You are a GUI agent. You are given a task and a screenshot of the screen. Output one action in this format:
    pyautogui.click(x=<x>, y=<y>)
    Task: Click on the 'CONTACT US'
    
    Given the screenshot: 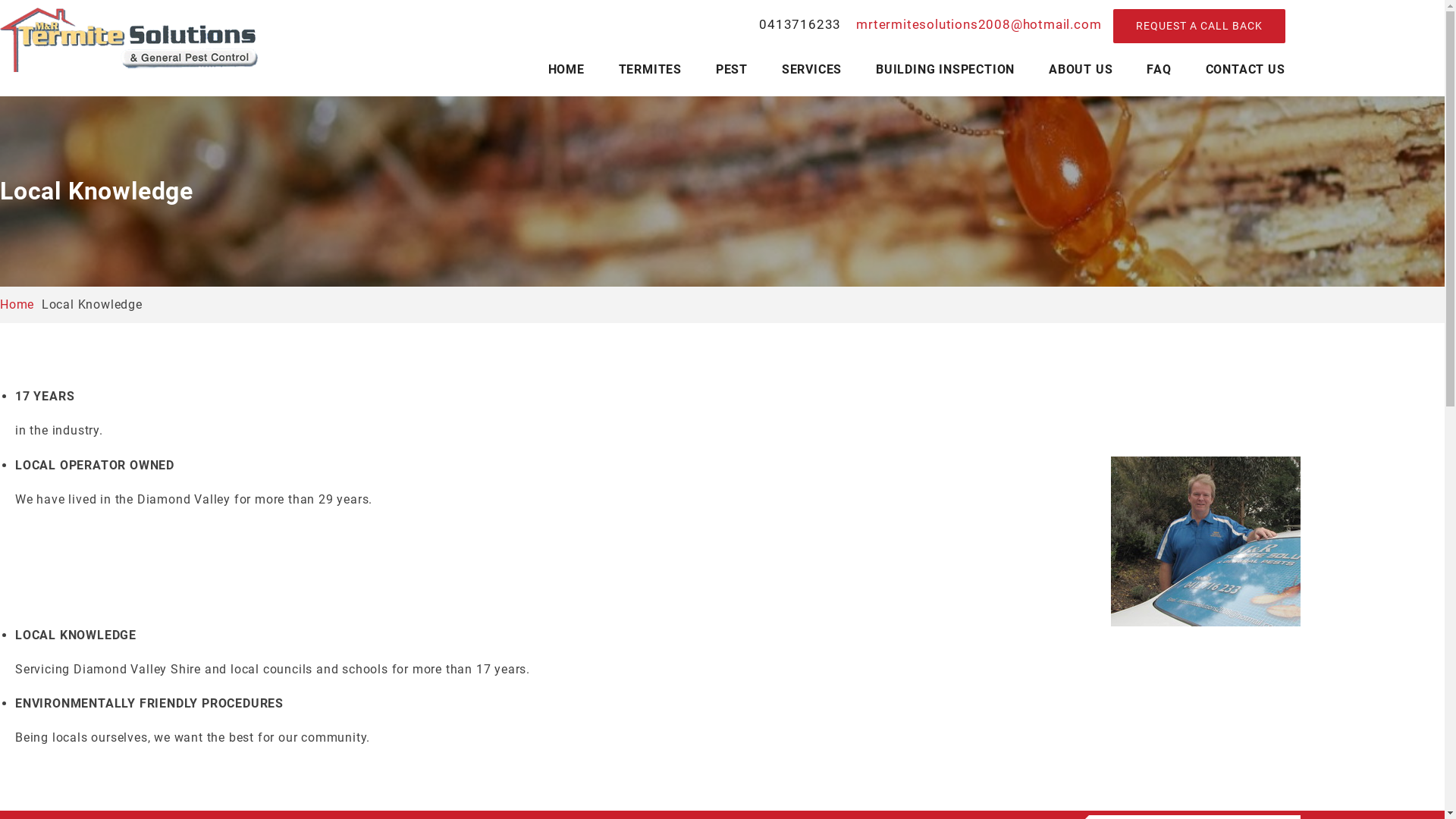 What is the action you would take?
    pyautogui.click(x=1245, y=70)
    